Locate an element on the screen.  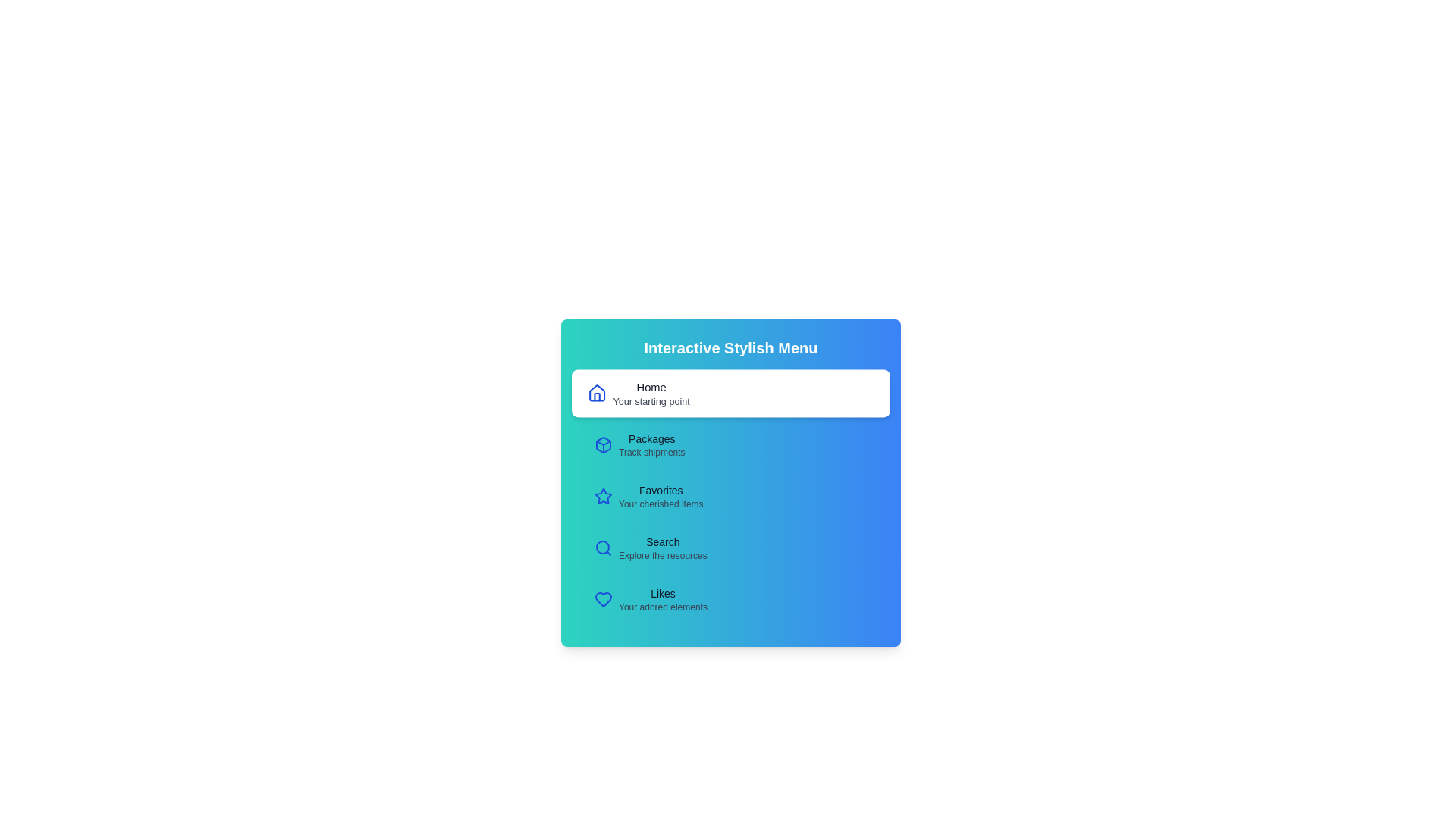
the menu item Search is located at coordinates (731, 548).